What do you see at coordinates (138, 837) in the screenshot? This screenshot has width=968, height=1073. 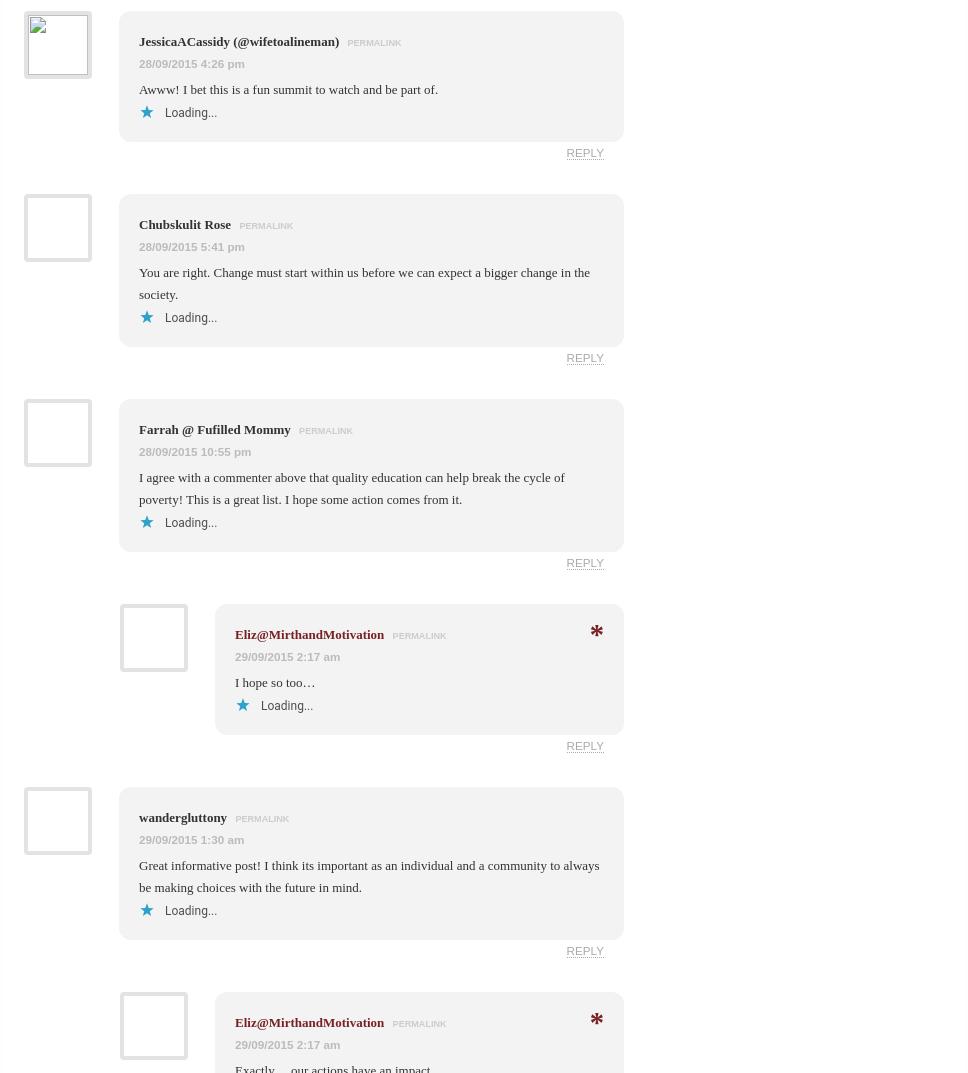 I see `'29/09/2015 1:30 am'` at bounding box center [138, 837].